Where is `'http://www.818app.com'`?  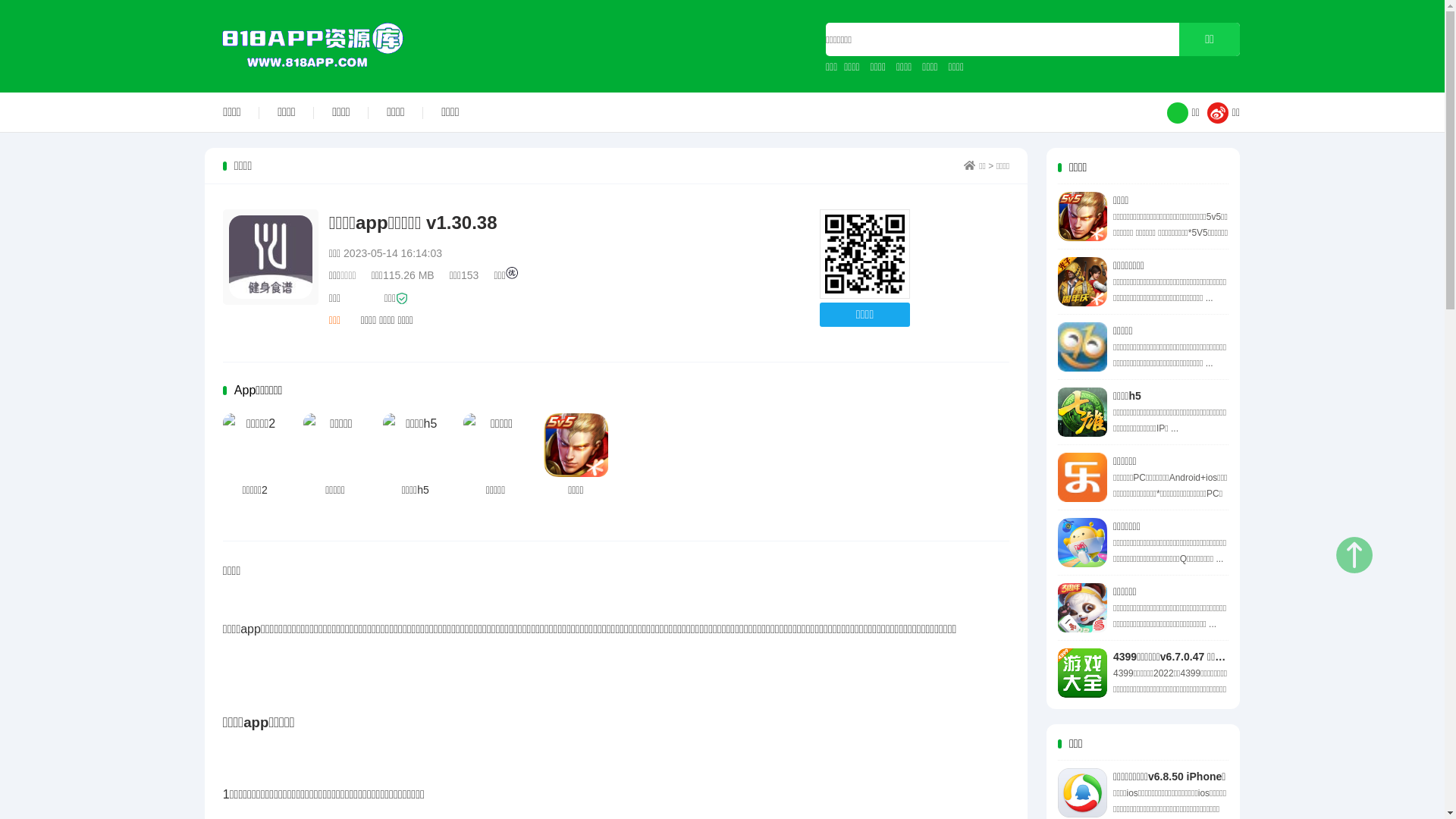
'http://www.818app.com' is located at coordinates (864, 253).